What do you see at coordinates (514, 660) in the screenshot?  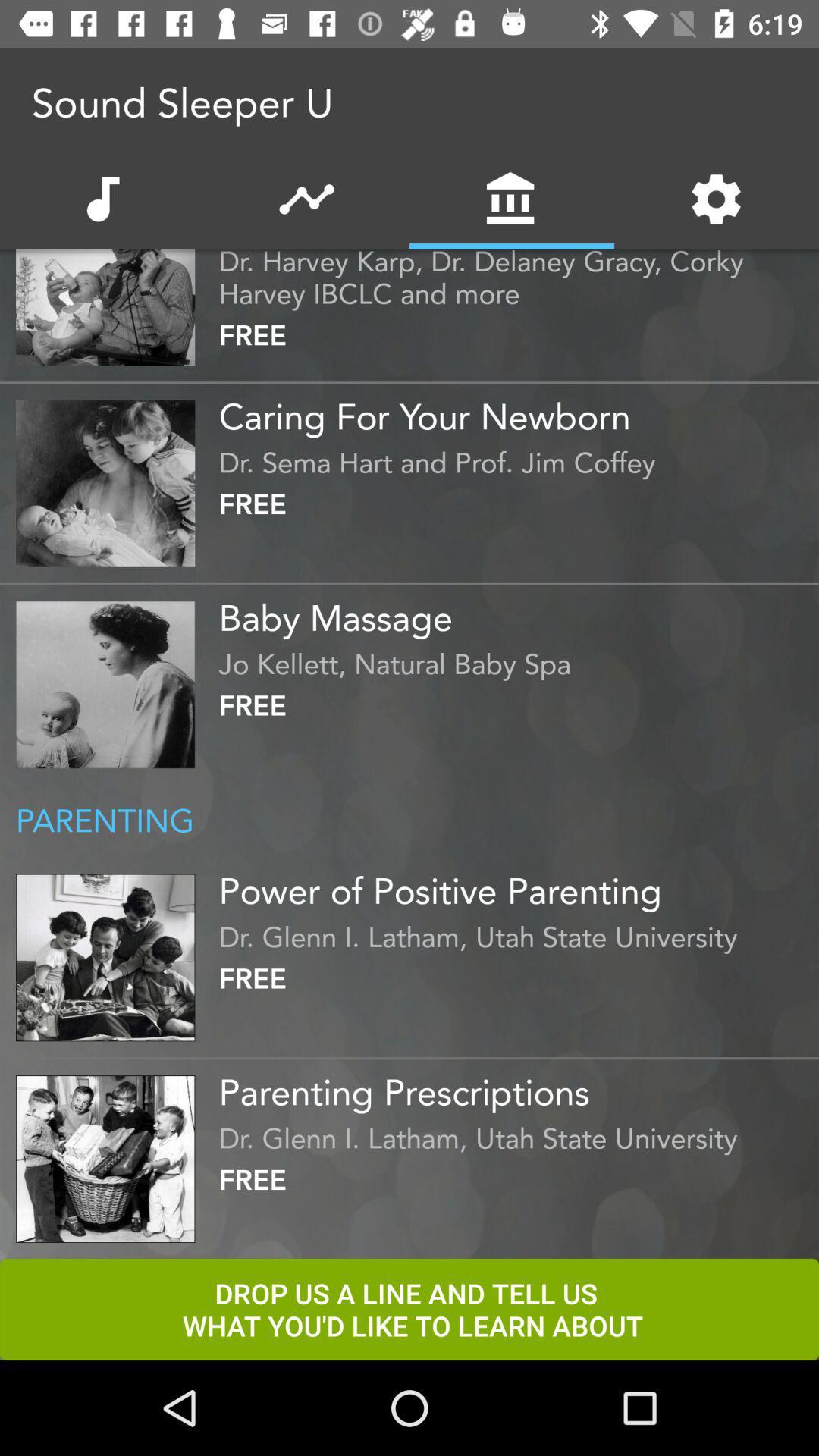 I see `icon below the baby massage icon` at bounding box center [514, 660].